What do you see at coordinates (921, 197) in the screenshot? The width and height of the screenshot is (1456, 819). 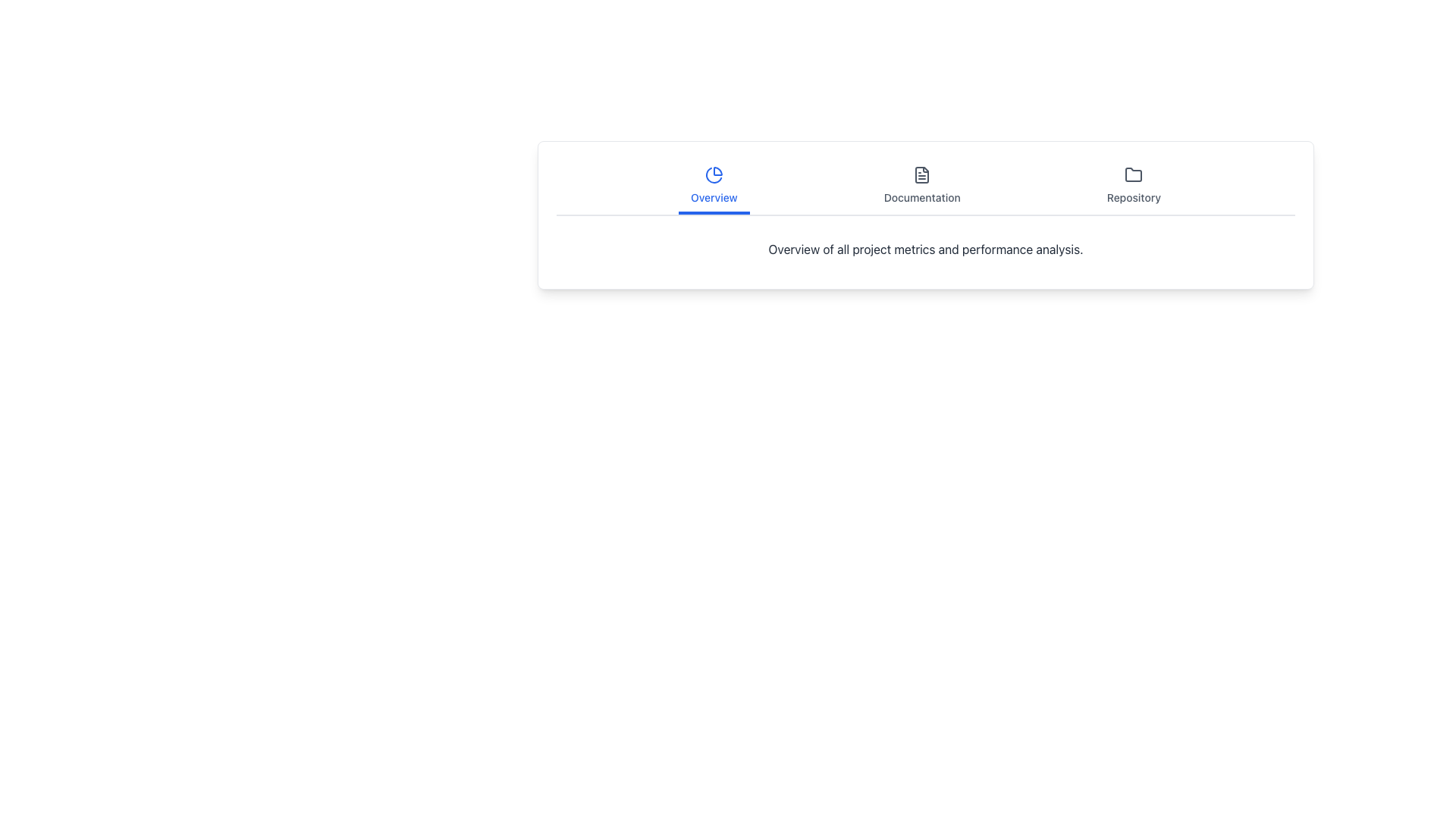 I see `the text label reading 'Documentation', which is styled with a smaller font size and a medium weight, located centrally below a document icon in the navigation bar` at bounding box center [921, 197].